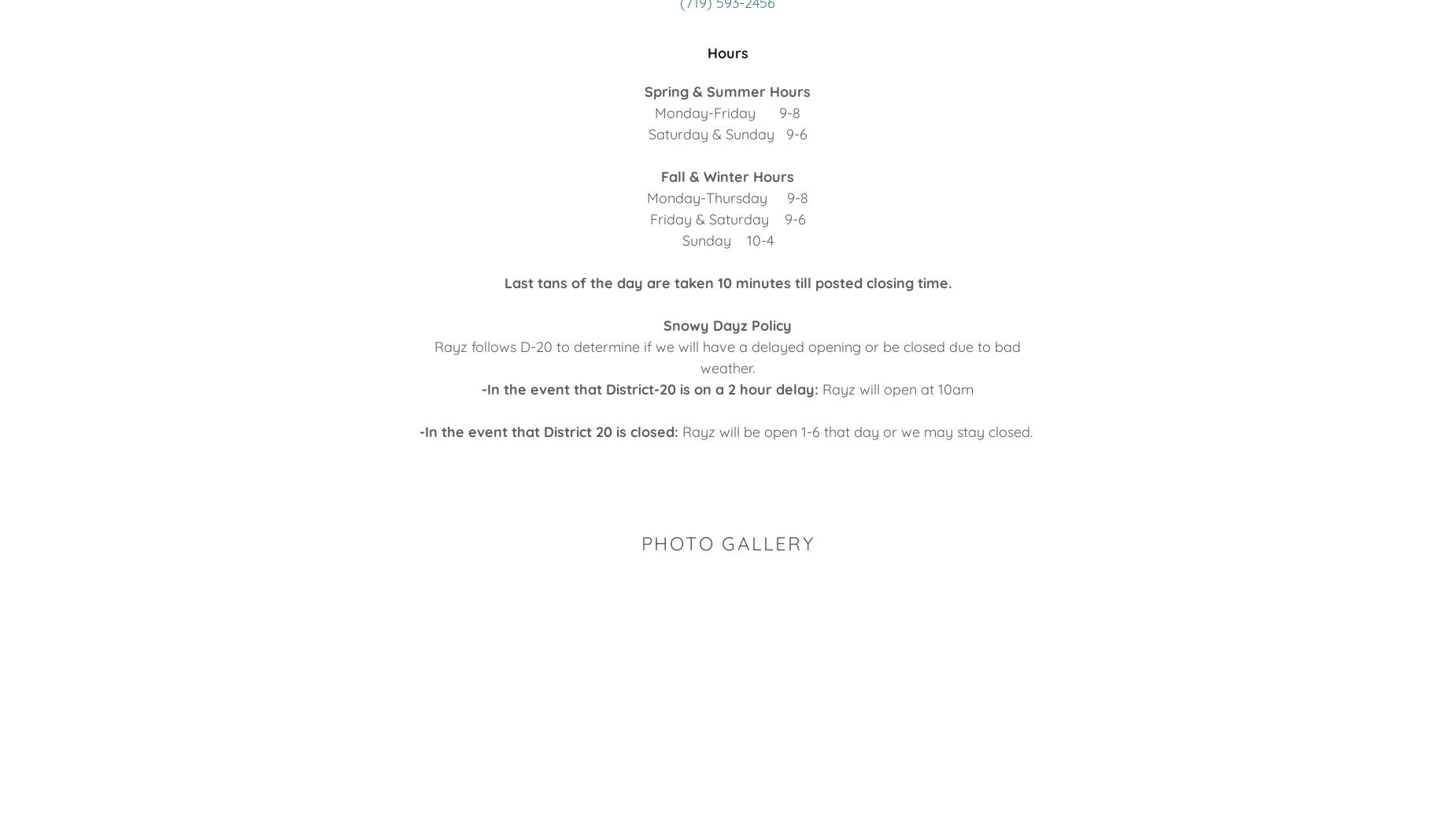 The image size is (1456, 830). Describe the element at coordinates (727, 198) in the screenshot. I see `'Monday-Thursday     9-8'` at that location.